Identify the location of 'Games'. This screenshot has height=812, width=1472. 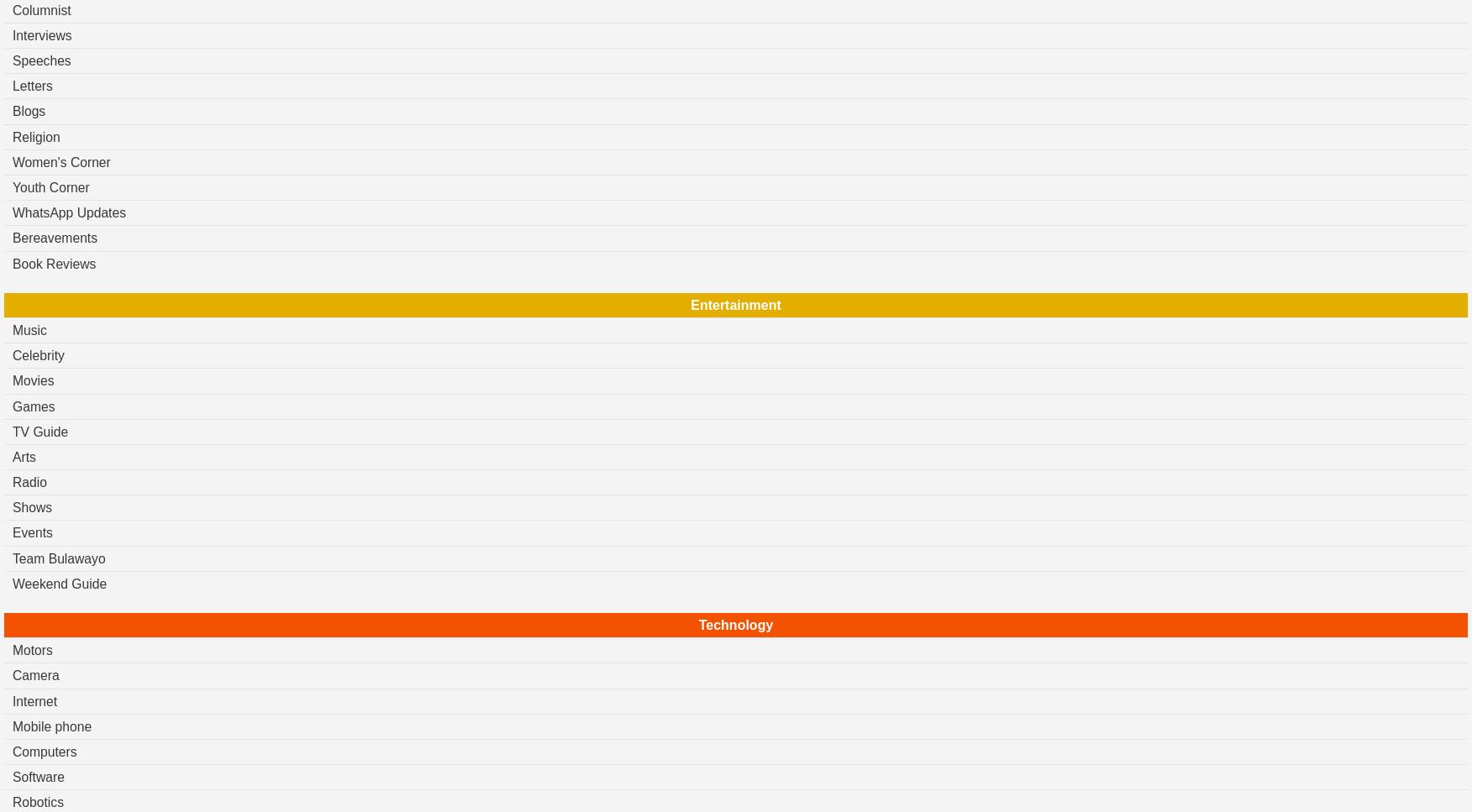
(13, 406).